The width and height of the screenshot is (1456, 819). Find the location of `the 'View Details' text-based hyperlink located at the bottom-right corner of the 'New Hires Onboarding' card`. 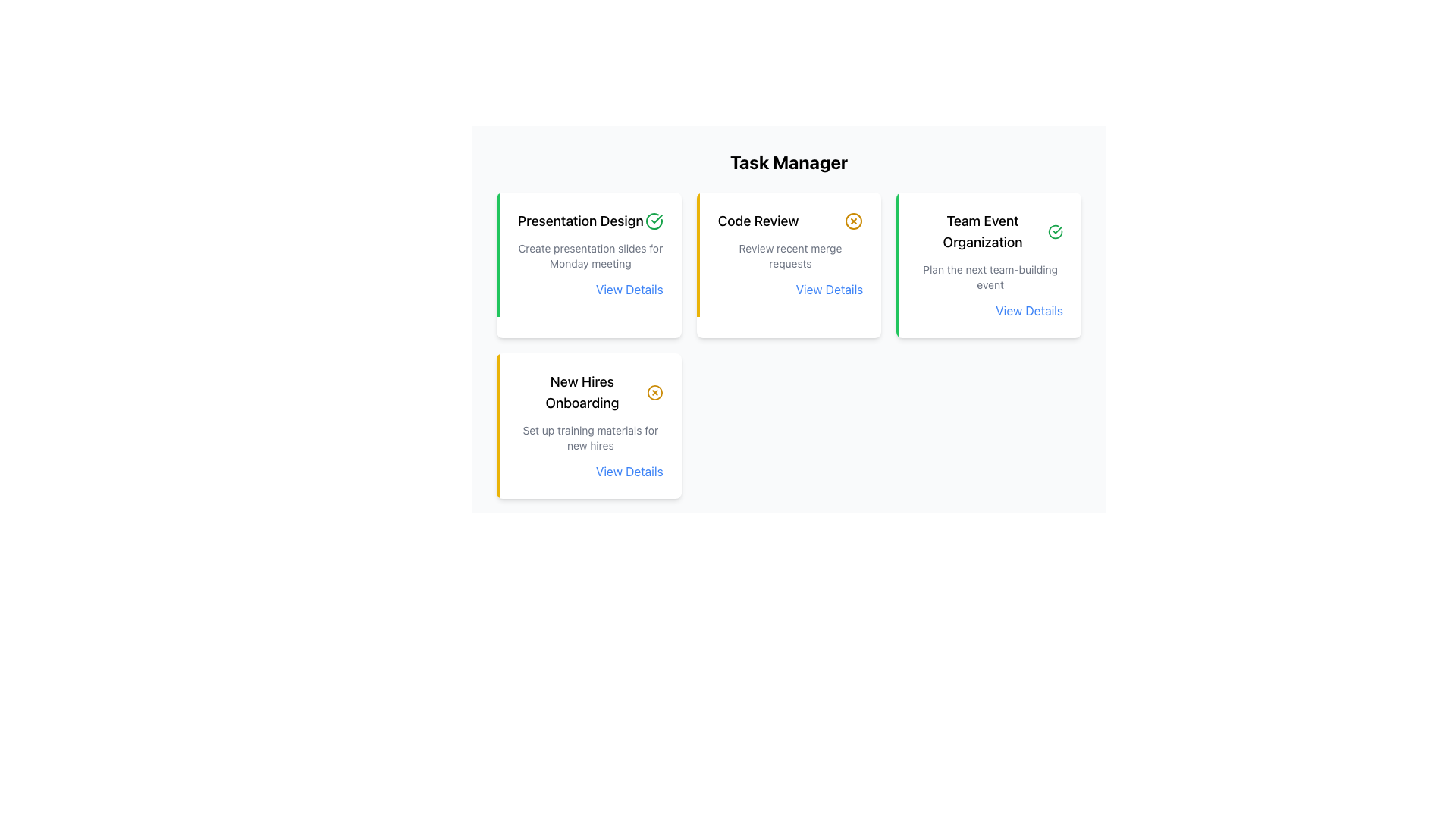

the 'View Details' text-based hyperlink located at the bottom-right corner of the 'New Hires Onboarding' card is located at coordinates (589, 470).